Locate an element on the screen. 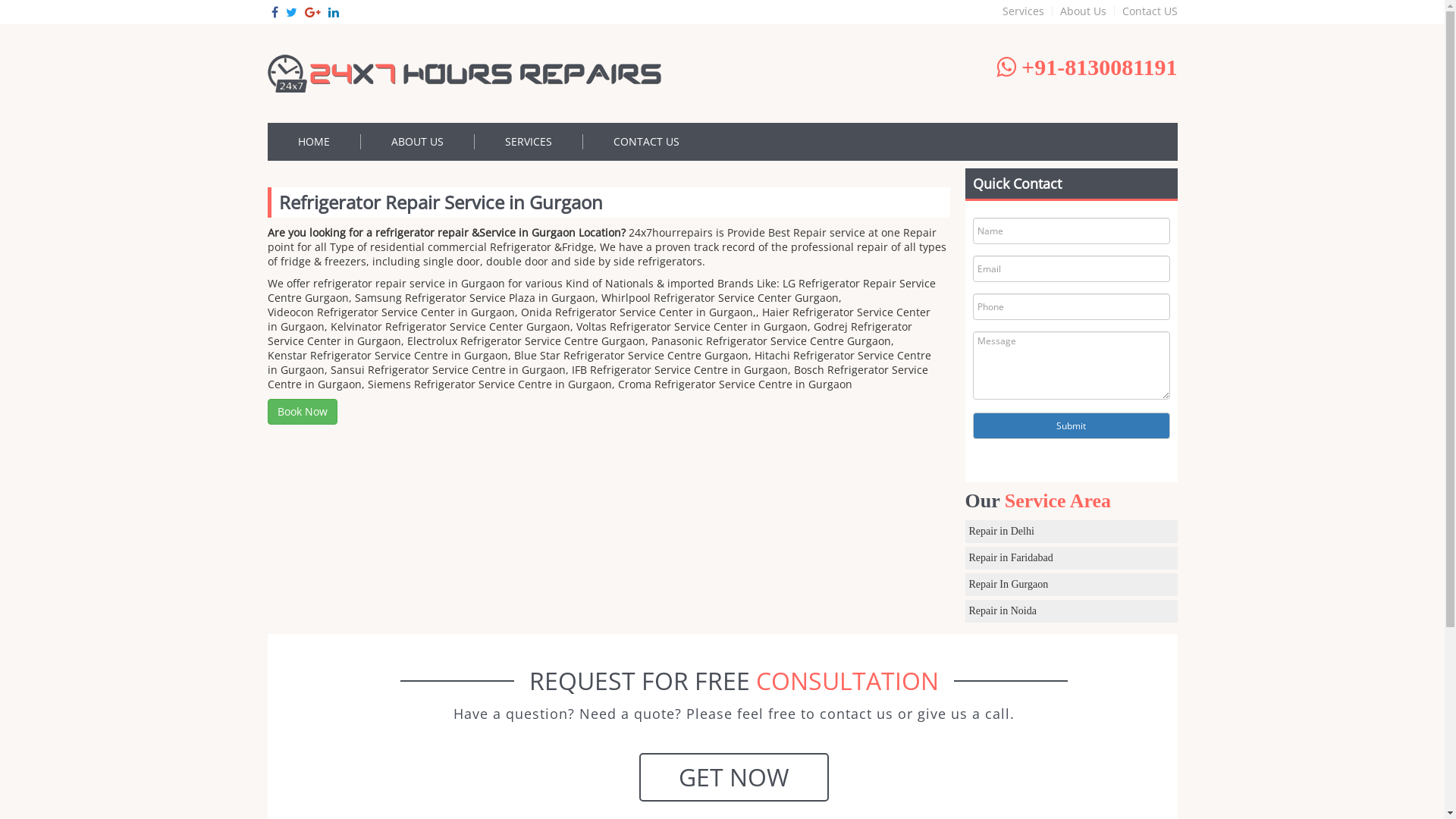 Image resolution: width=1456 pixels, height=819 pixels. 'Repair in Noida' is located at coordinates (1069, 610).